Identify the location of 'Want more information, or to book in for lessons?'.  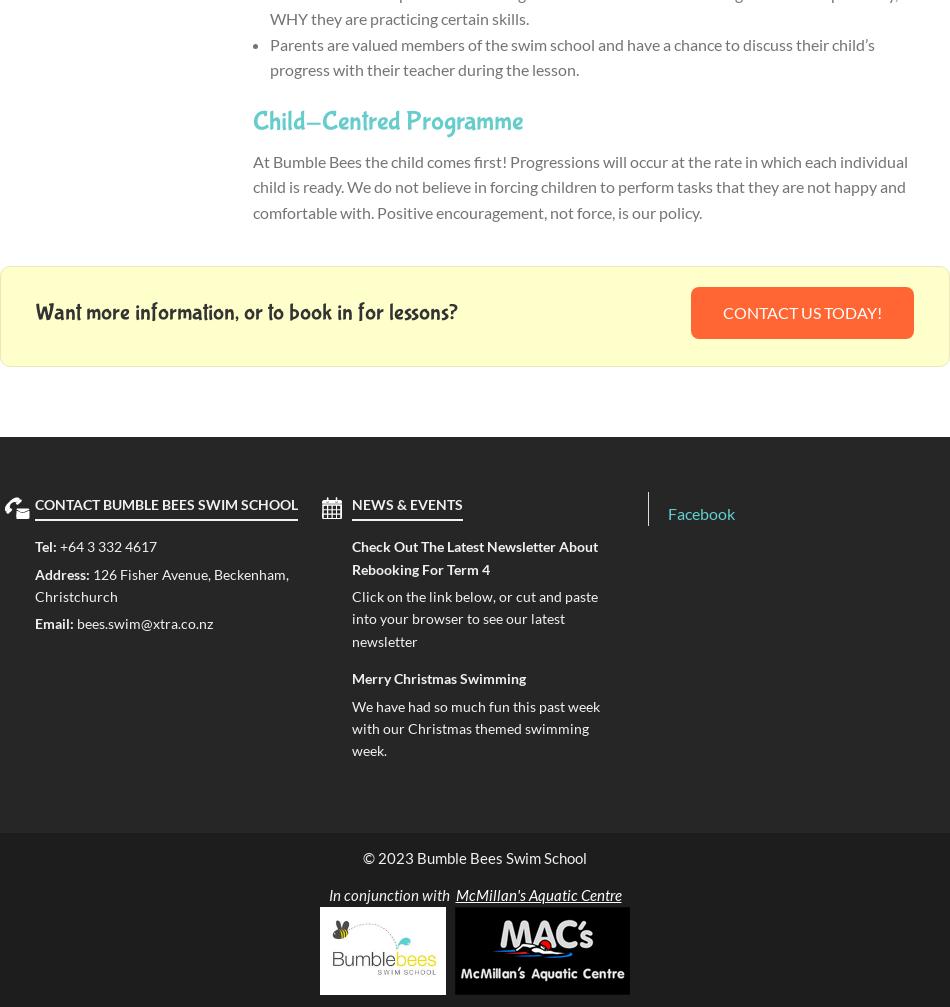
(36, 311).